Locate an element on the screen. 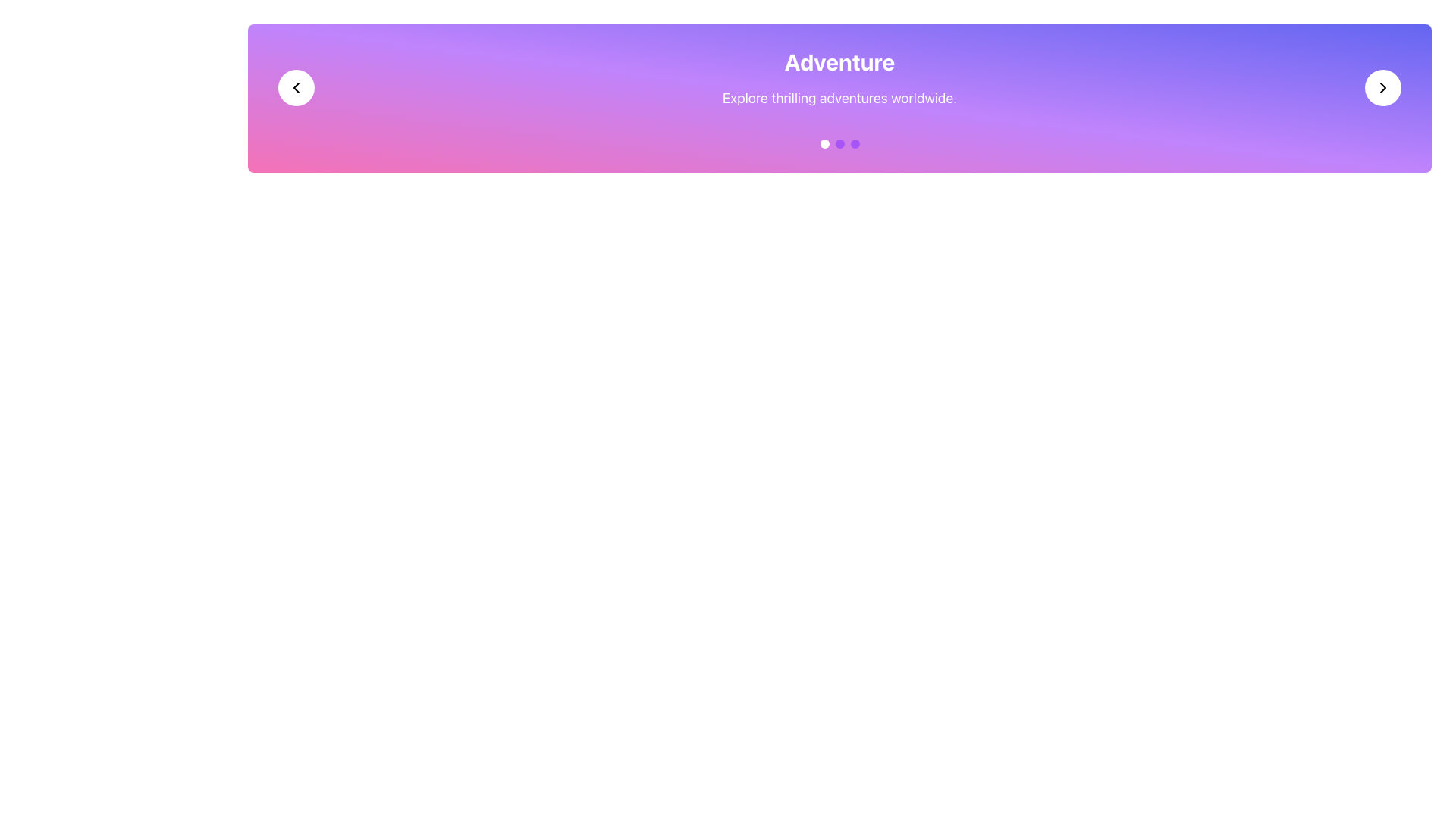  the center circular indicator of the Pagination Indicator is located at coordinates (839, 143).